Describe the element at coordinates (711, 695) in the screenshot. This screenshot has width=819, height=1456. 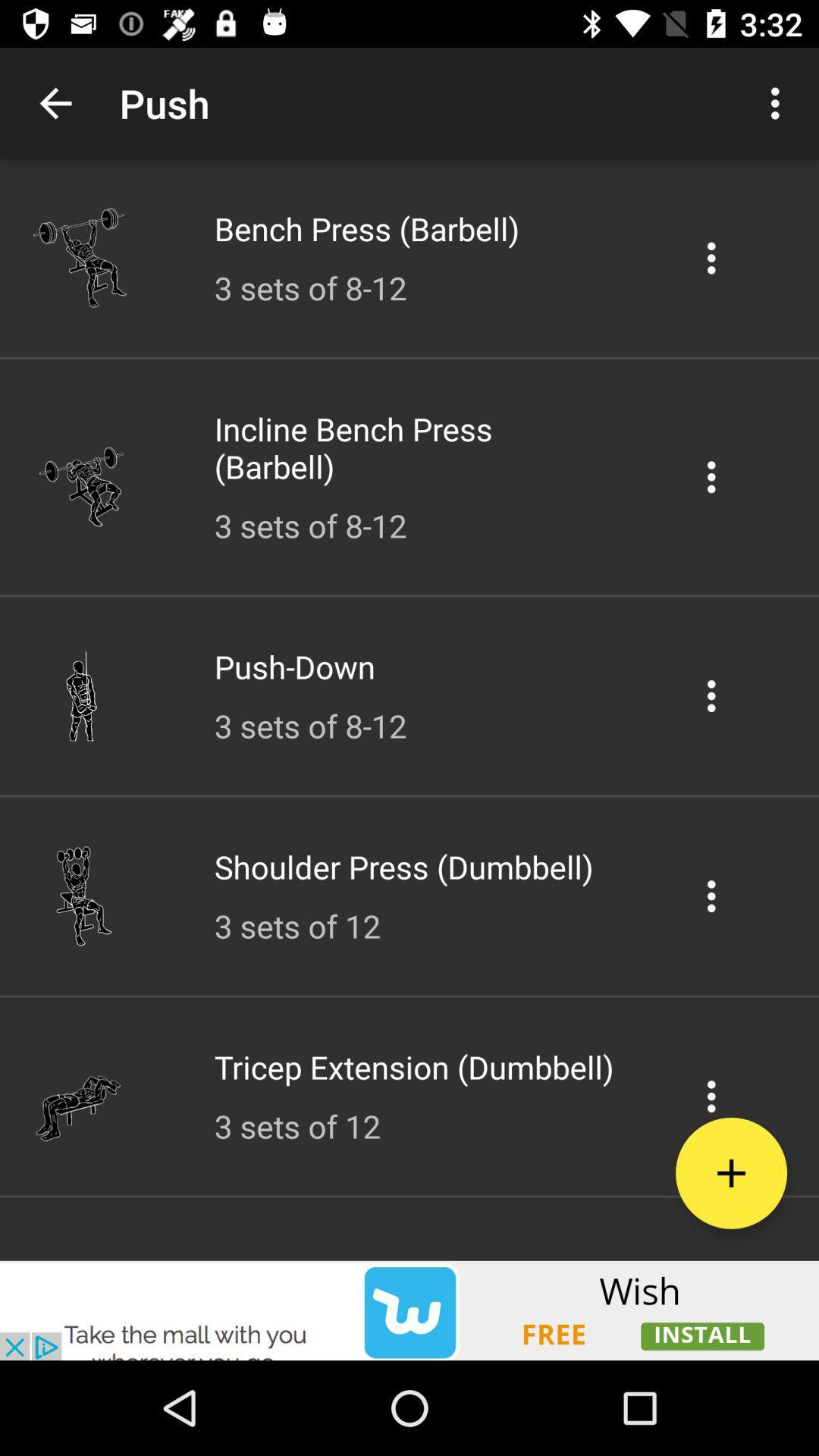
I see `push down options` at that location.